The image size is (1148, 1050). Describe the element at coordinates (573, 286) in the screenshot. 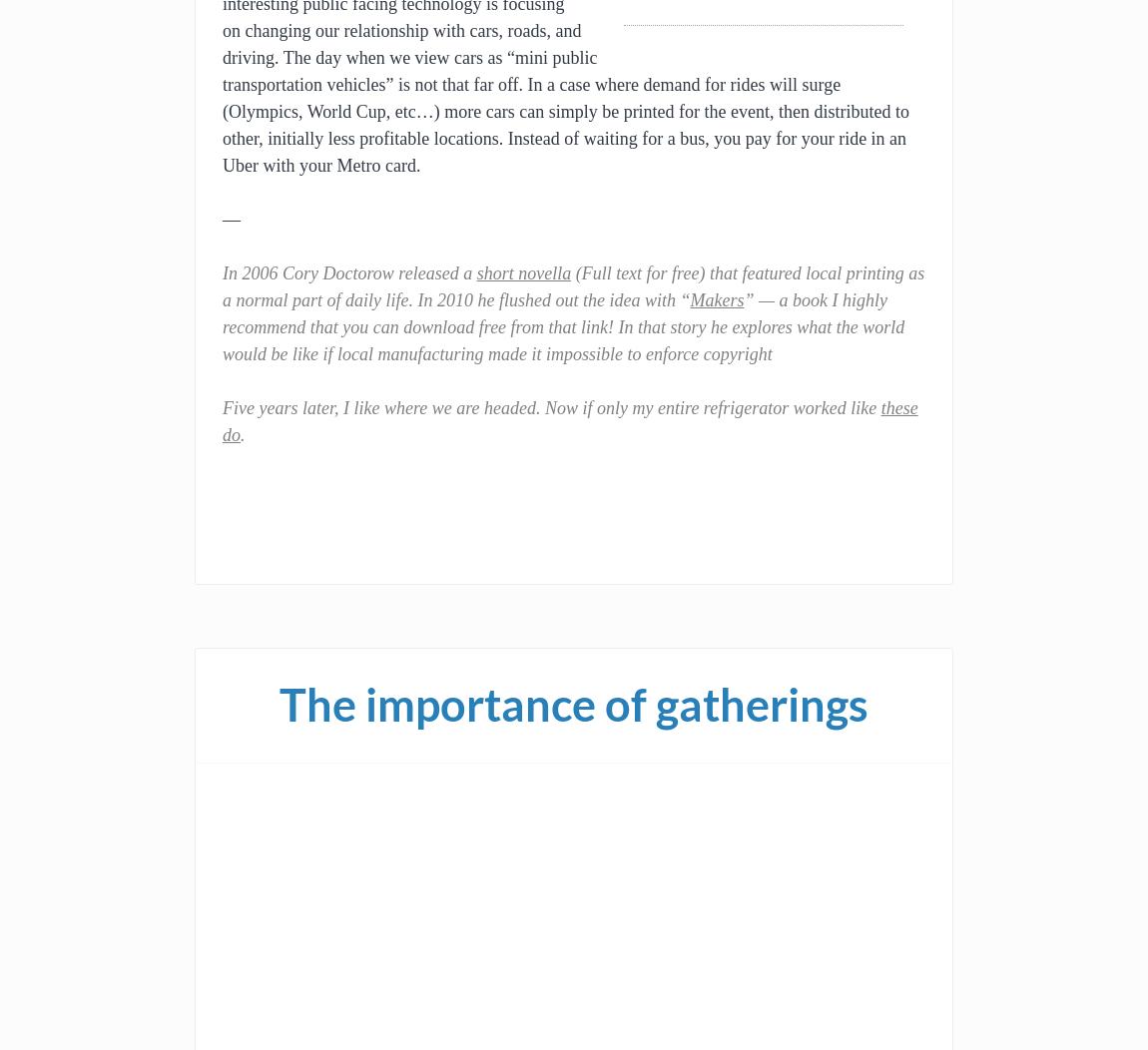

I see `'(Full text for free) that featured local printing as a normal part of daily life. In 2010 he flushed out the idea with “'` at that location.